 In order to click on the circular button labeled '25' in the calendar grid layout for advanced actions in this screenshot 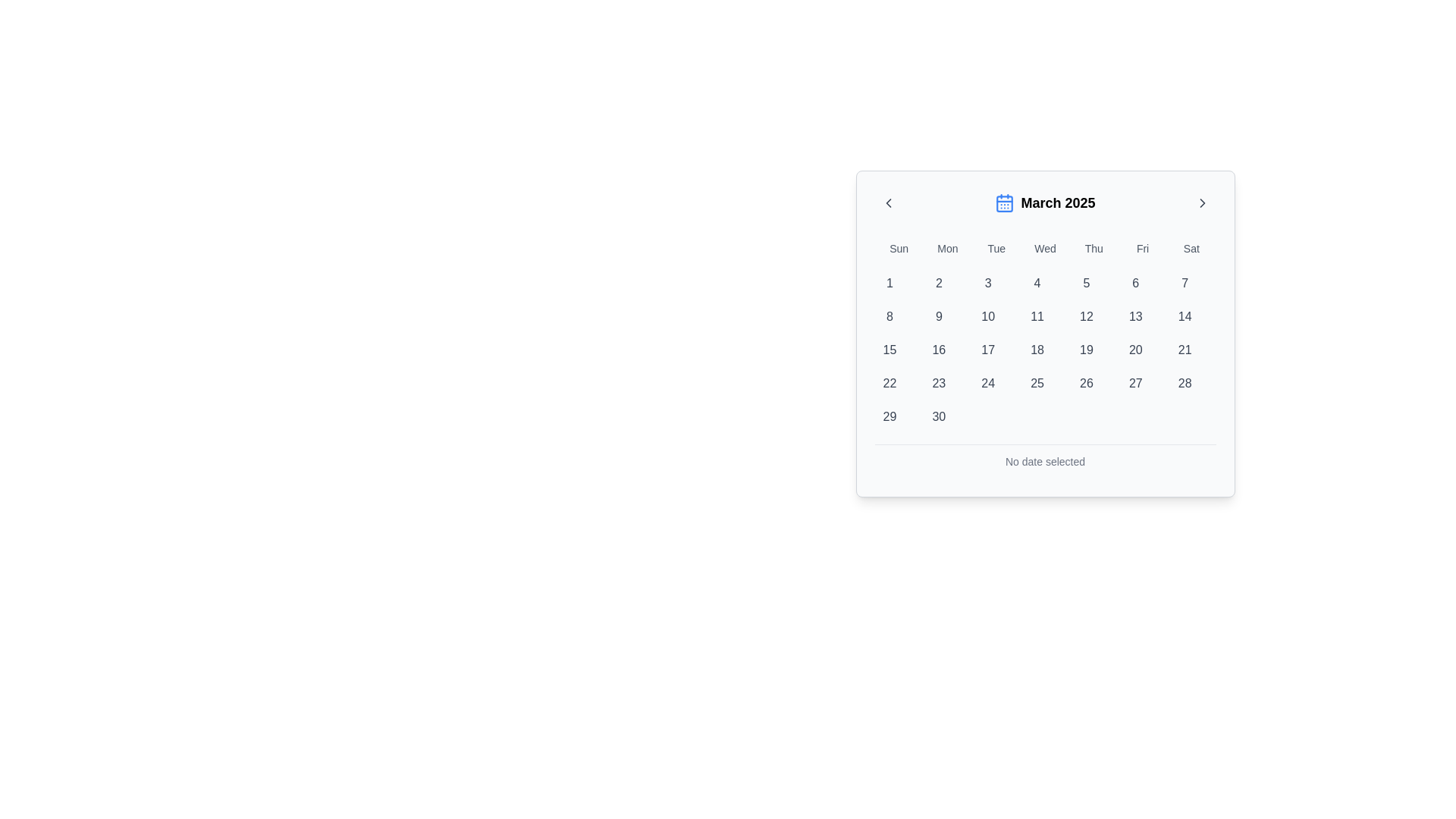, I will do `click(1037, 382)`.